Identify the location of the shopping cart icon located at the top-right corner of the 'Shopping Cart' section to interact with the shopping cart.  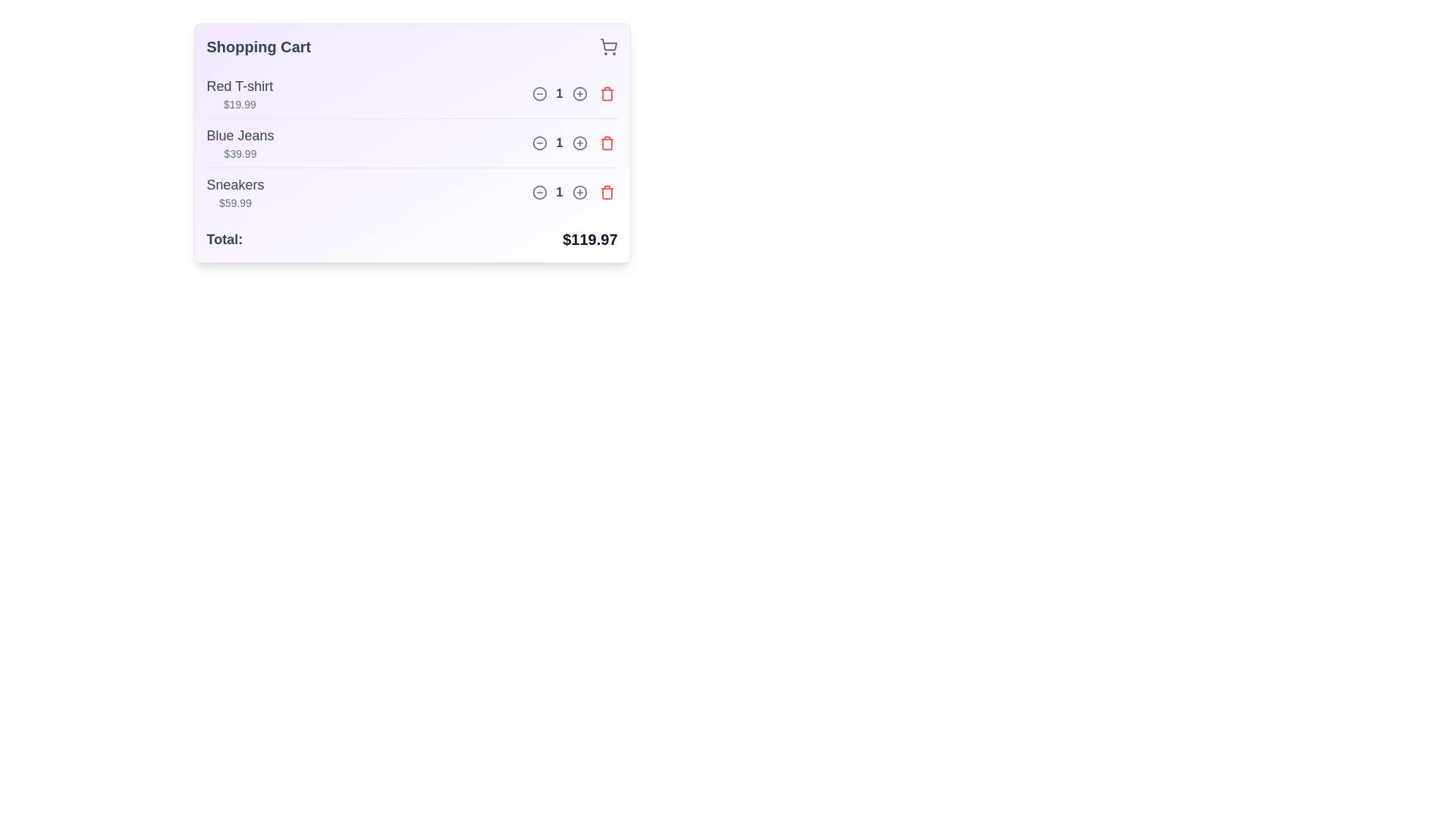
(608, 45).